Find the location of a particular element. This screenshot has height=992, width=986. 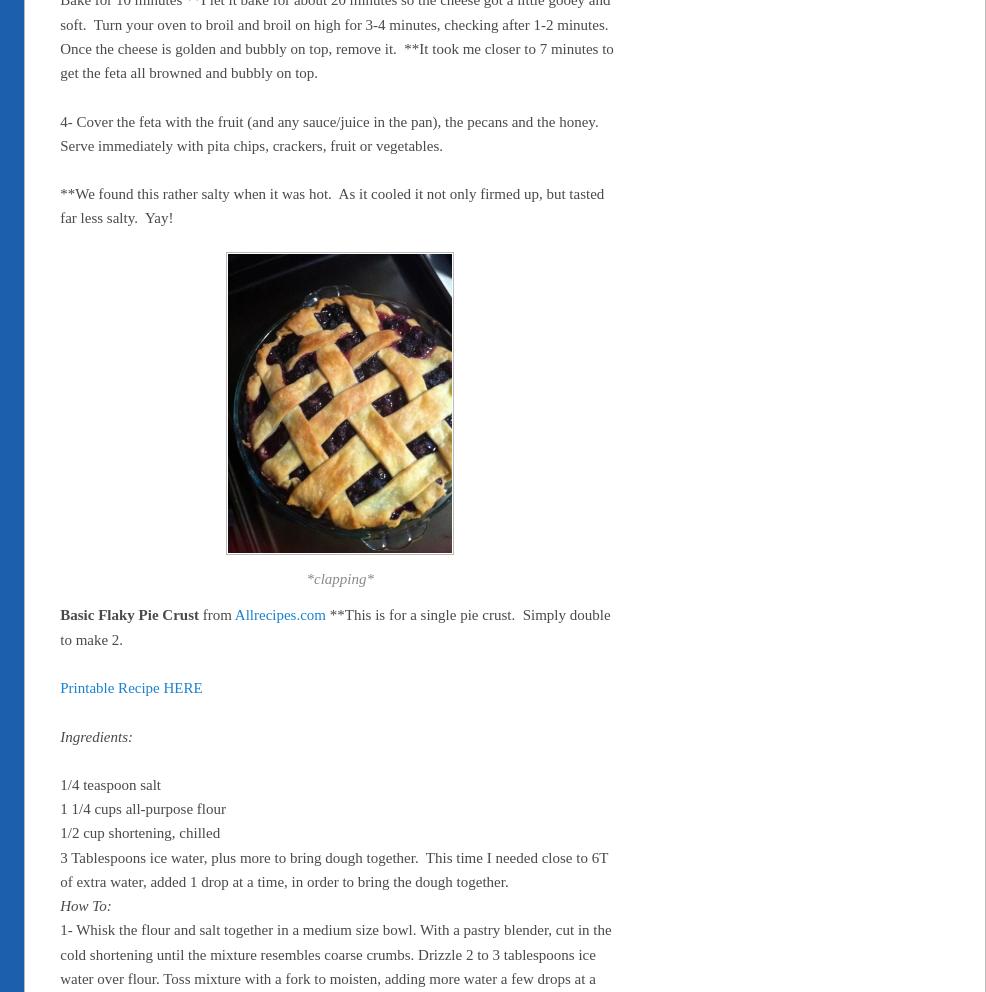

'Basic Flaky Pie Crust' is located at coordinates (59, 614).